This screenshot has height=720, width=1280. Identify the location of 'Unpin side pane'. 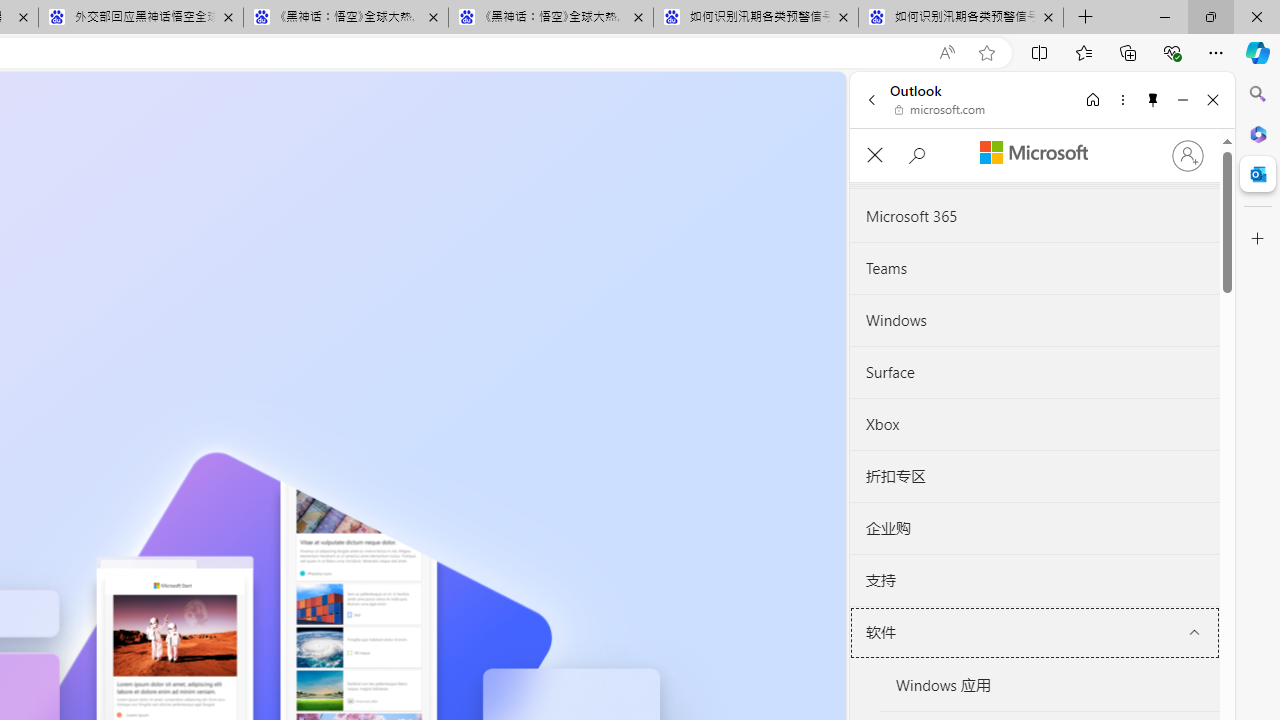
(1153, 99).